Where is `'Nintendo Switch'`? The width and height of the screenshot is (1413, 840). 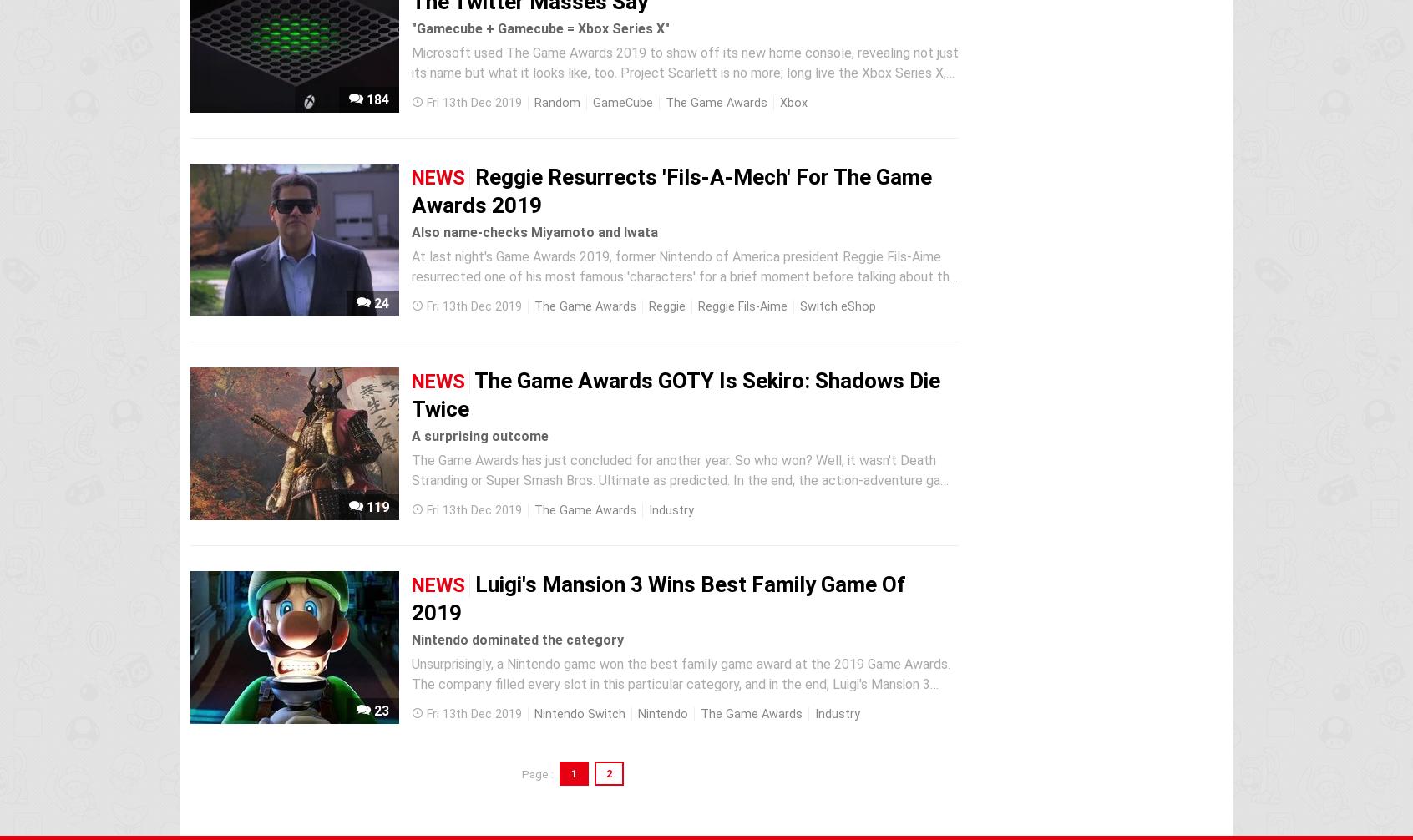
'Nintendo Switch' is located at coordinates (580, 713).